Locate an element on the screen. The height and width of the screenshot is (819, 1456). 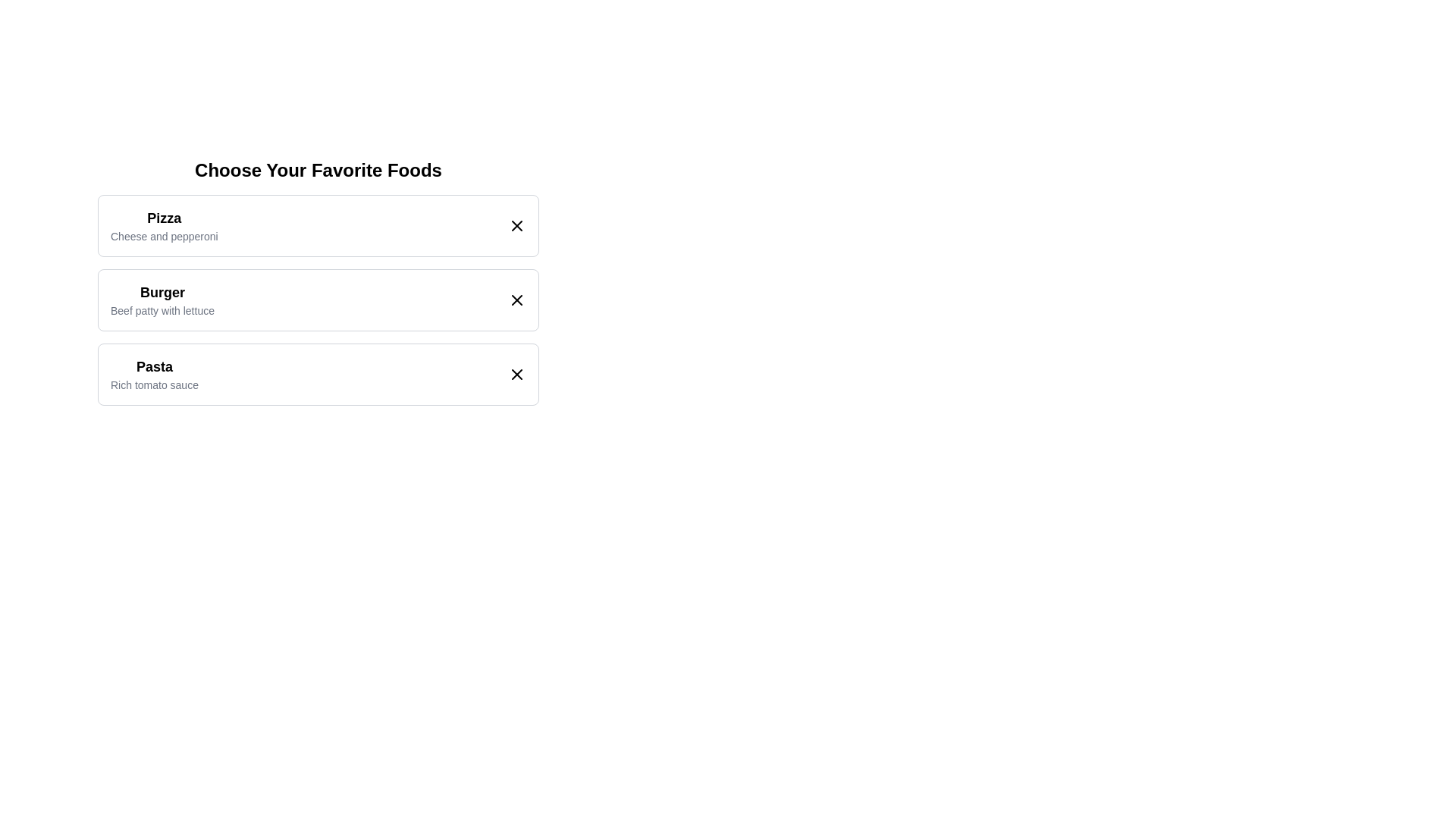
the 'Burger' text label, which is styled in bold black font and serves as the title for the second item in the 'Choose Your Favorite Foods' list is located at coordinates (162, 292).